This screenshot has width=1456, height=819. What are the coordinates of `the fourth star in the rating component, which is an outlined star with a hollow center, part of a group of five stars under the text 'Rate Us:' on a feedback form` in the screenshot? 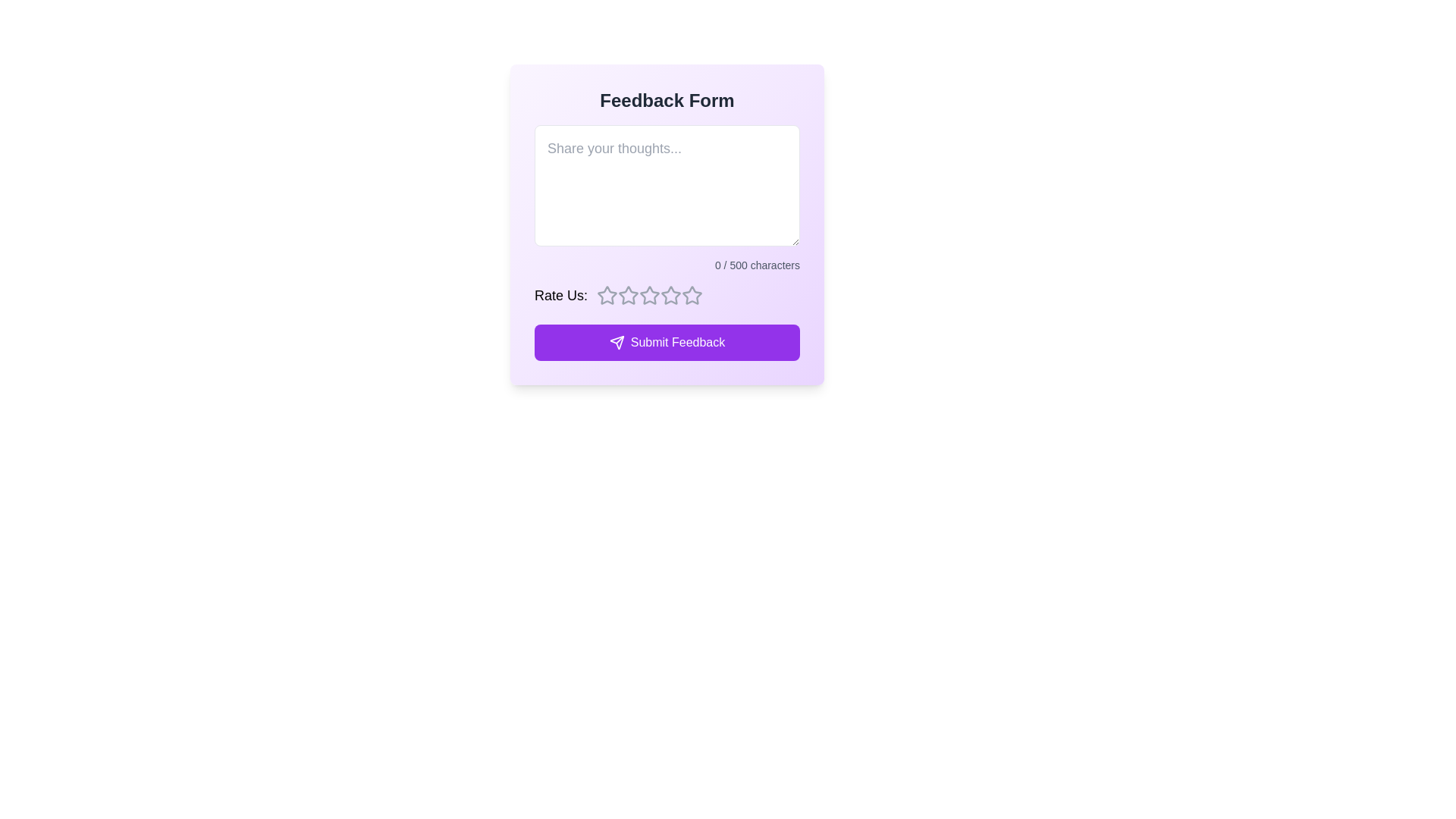 It's located at (691, 295).